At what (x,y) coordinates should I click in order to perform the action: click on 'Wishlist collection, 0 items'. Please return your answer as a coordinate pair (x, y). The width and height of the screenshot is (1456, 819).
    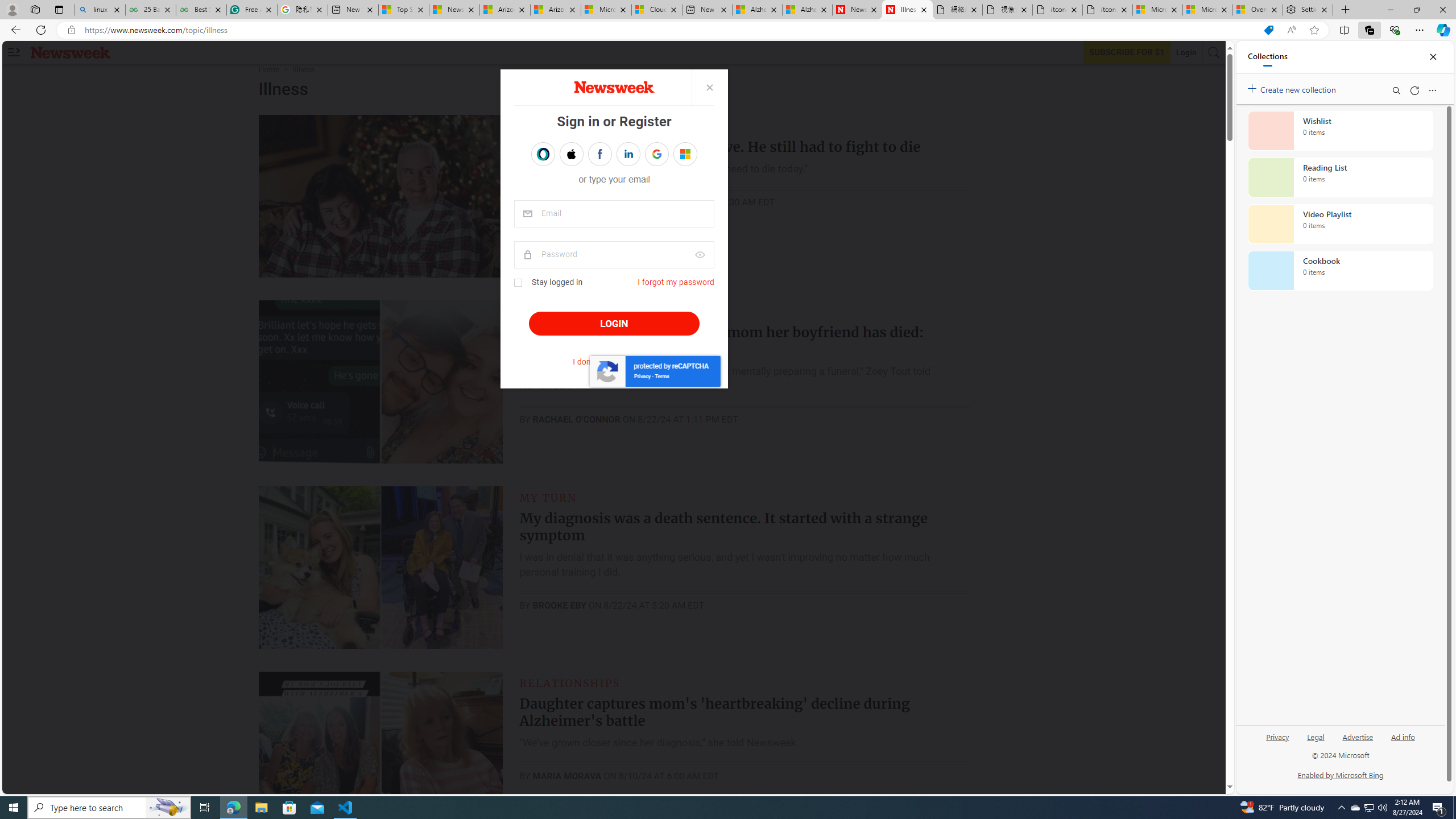
    Looking at the image, I should click on (1340, 130).